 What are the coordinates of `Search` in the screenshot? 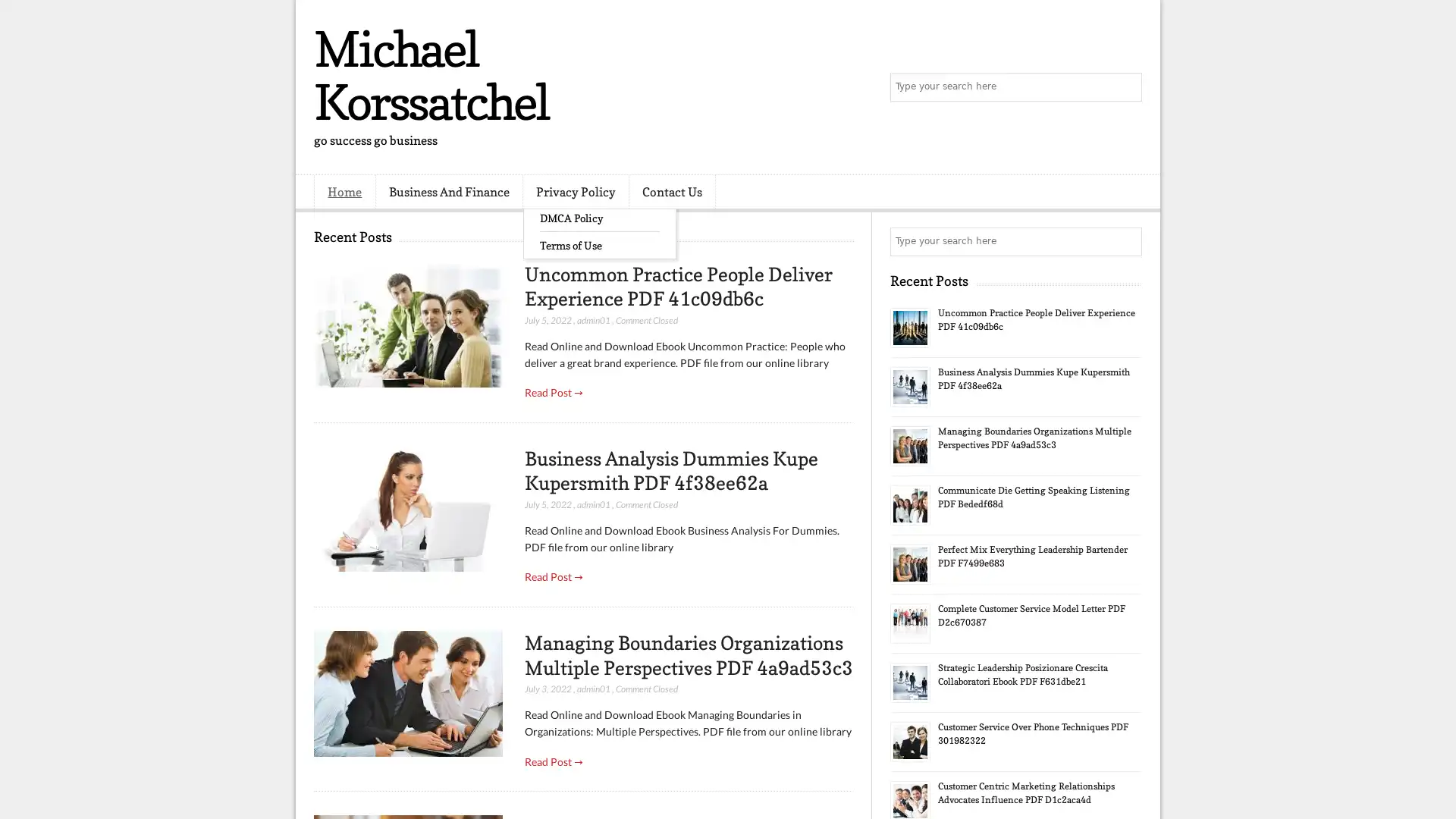 It's located at (1126, 241).